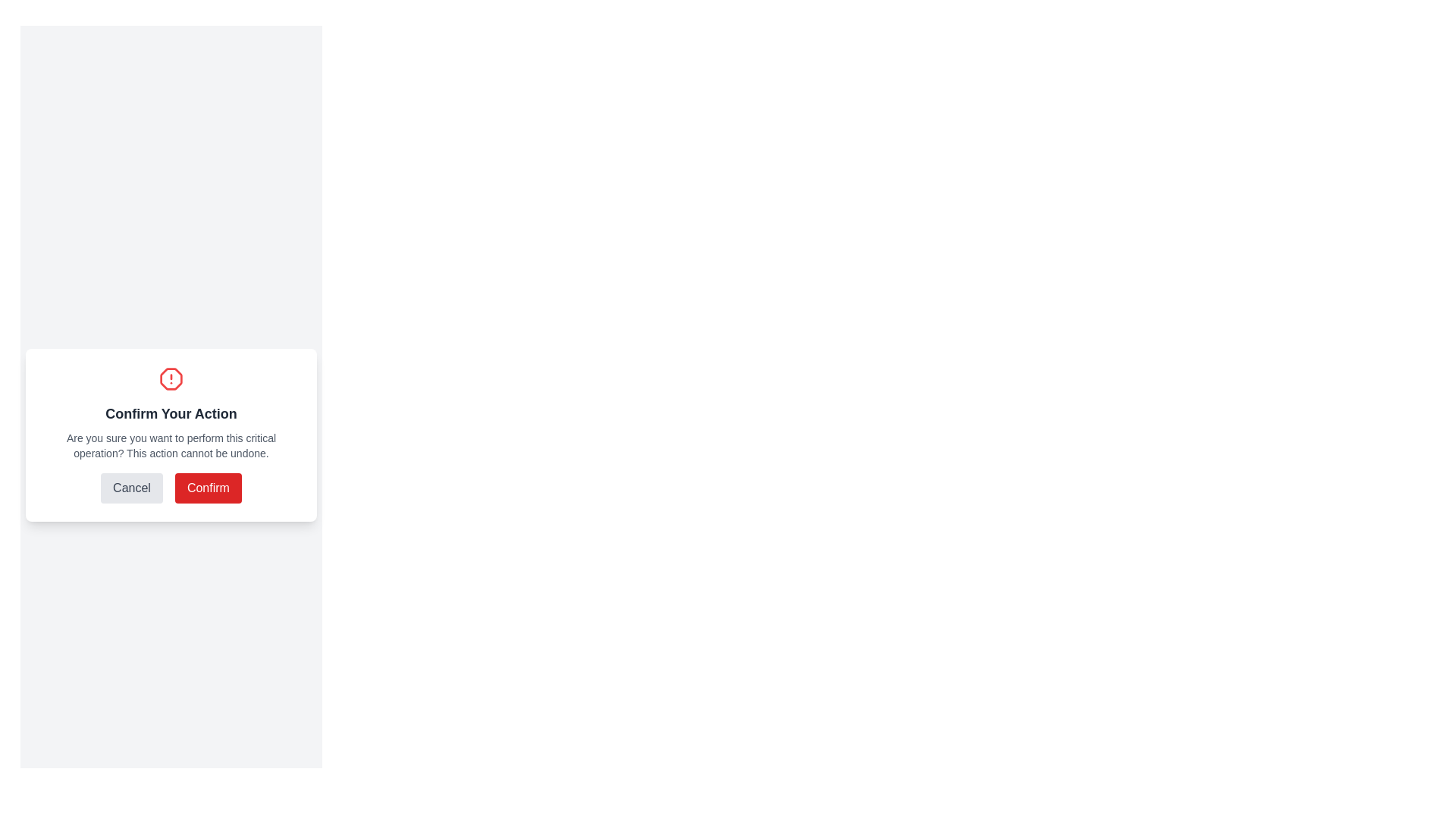  Describe the element at coordinates (171, 488) in the screenshot. I see `the Button Group located at the bottom of the modal dialog box, centered horizontally, to observe the hover effects` at that location.